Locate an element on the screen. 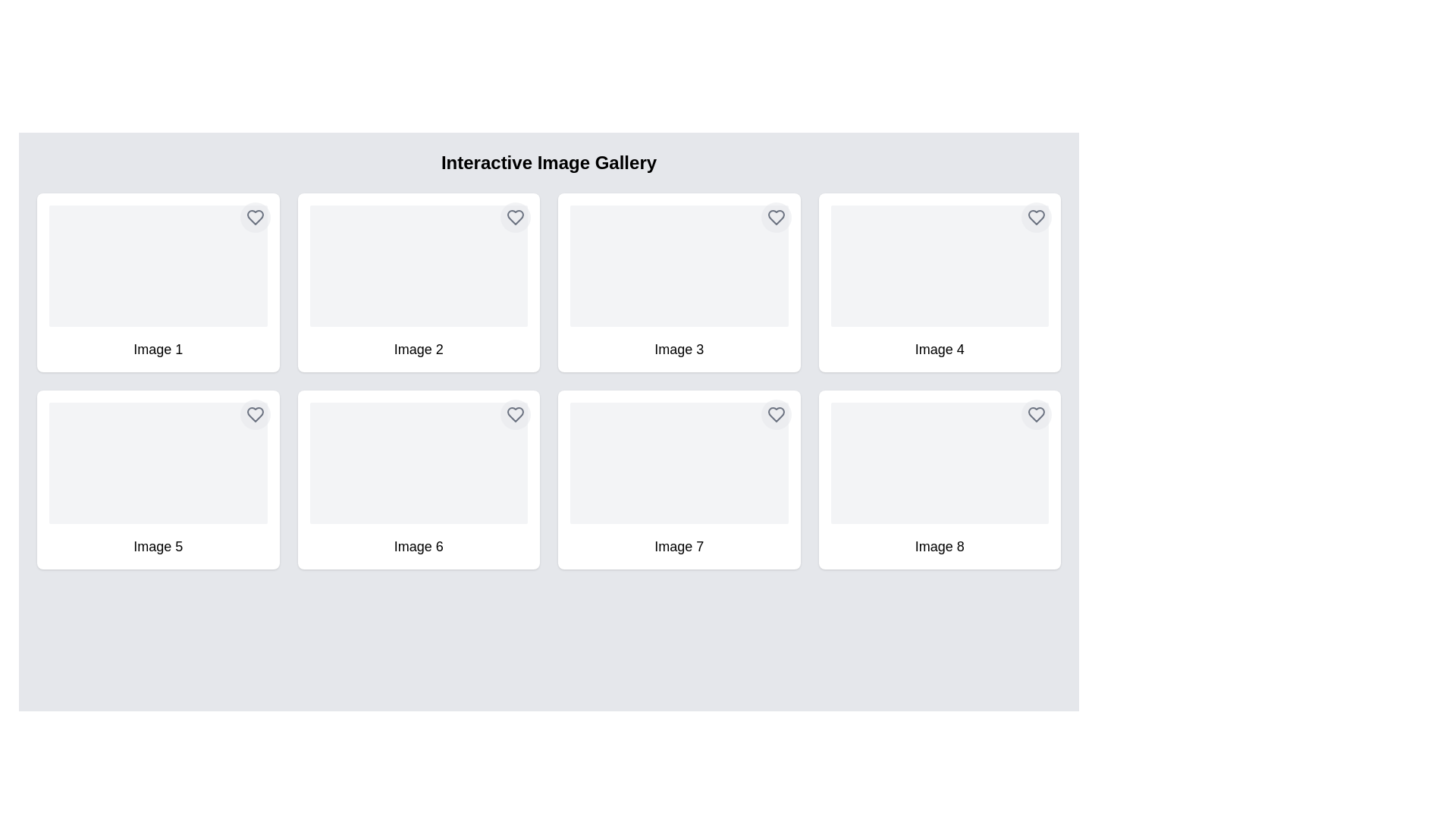 Image resolution: width=1456 pixels, height=819 pixels. the heart icon in the top-right corner of the thumbnail labeled 'Image 5' to mark the item as a favorite is located at coordinates (255, 415).